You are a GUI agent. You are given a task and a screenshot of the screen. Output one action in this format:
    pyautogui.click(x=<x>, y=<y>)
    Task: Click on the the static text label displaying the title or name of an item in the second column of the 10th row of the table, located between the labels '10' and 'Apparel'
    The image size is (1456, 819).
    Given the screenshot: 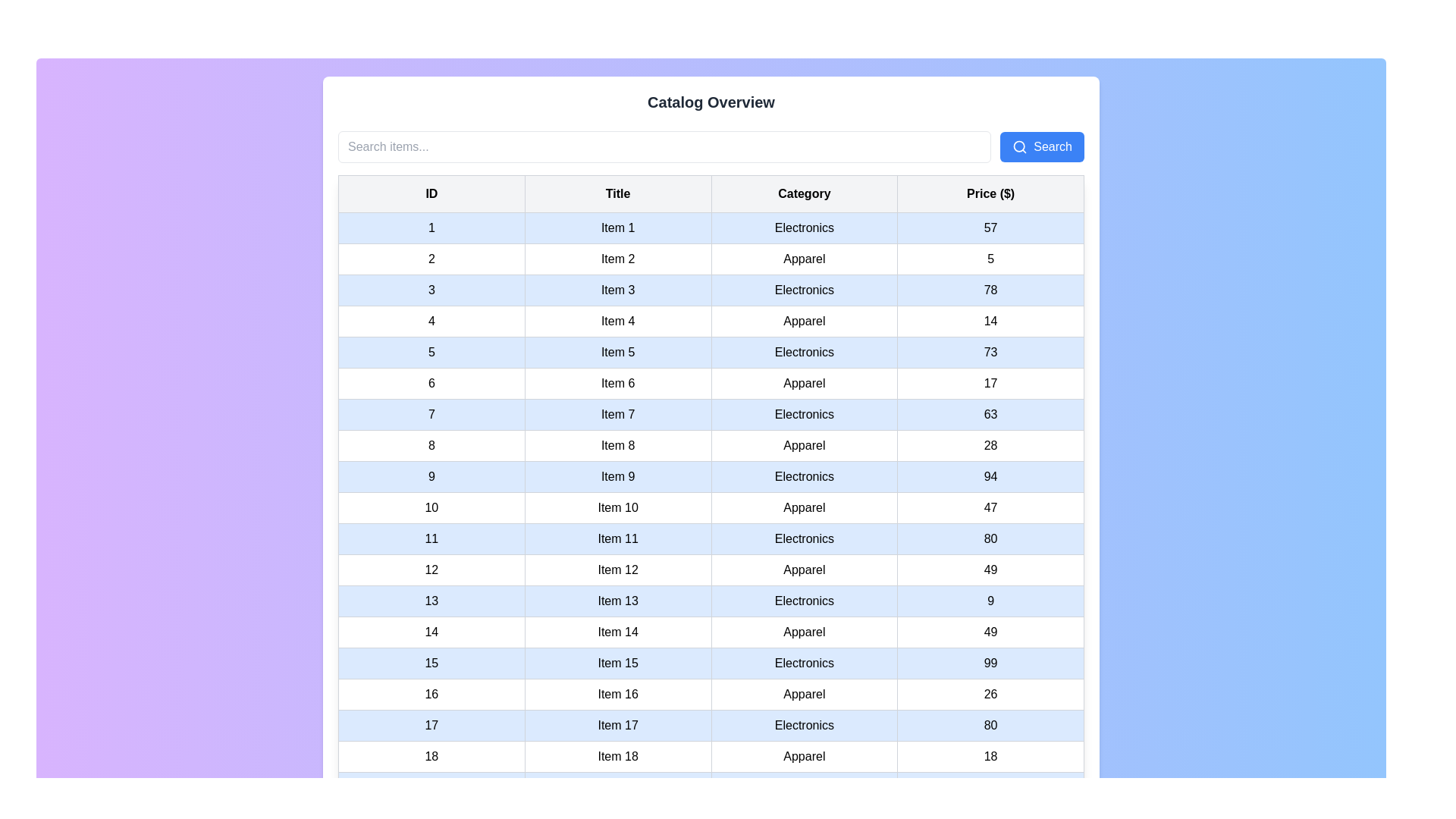 What is the action you would take?
    pyautogui.click(x=618, y=508)
    